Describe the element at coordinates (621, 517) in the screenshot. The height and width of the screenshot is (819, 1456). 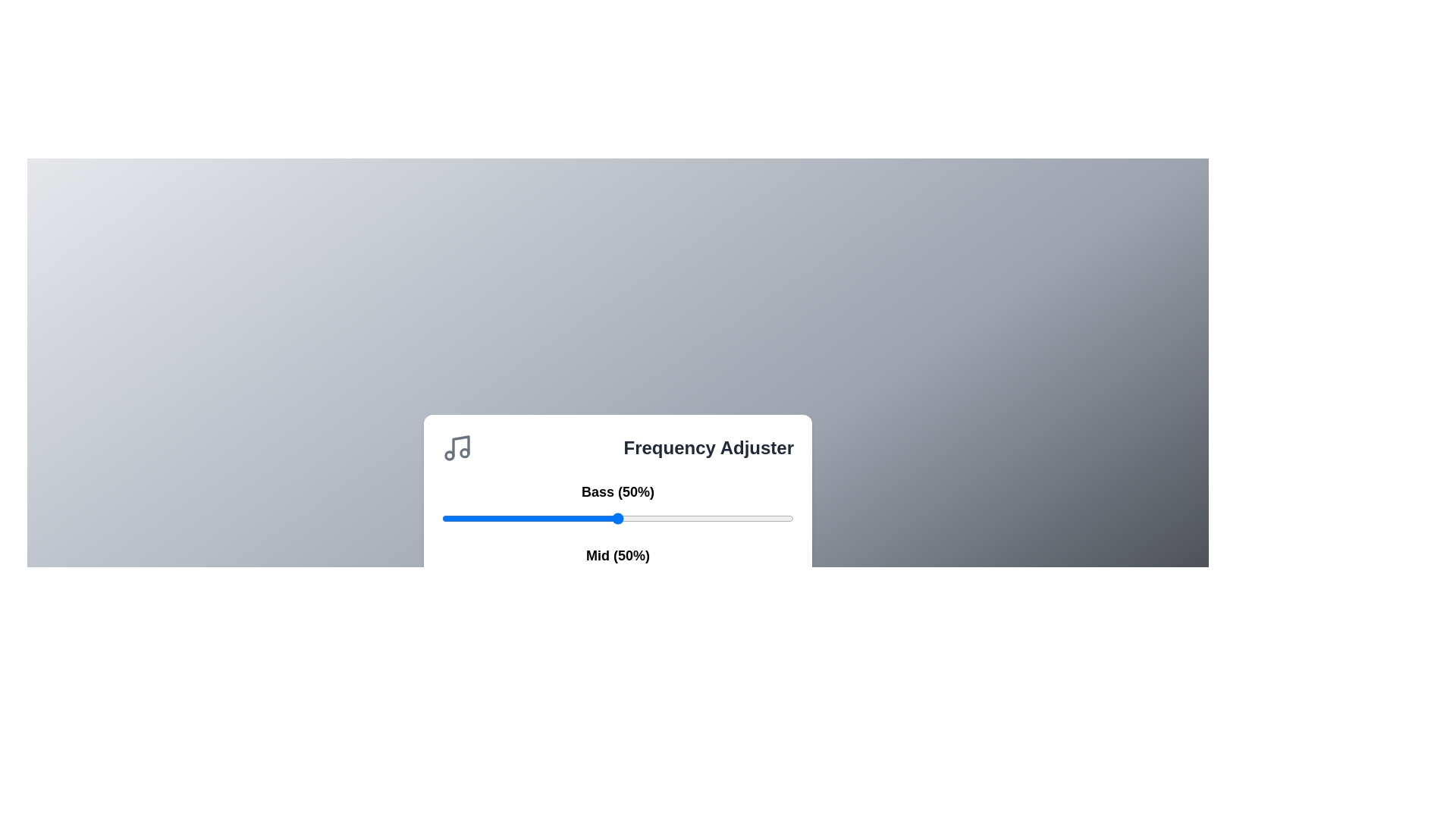
I see `the 0 slider to 1%` at that location.